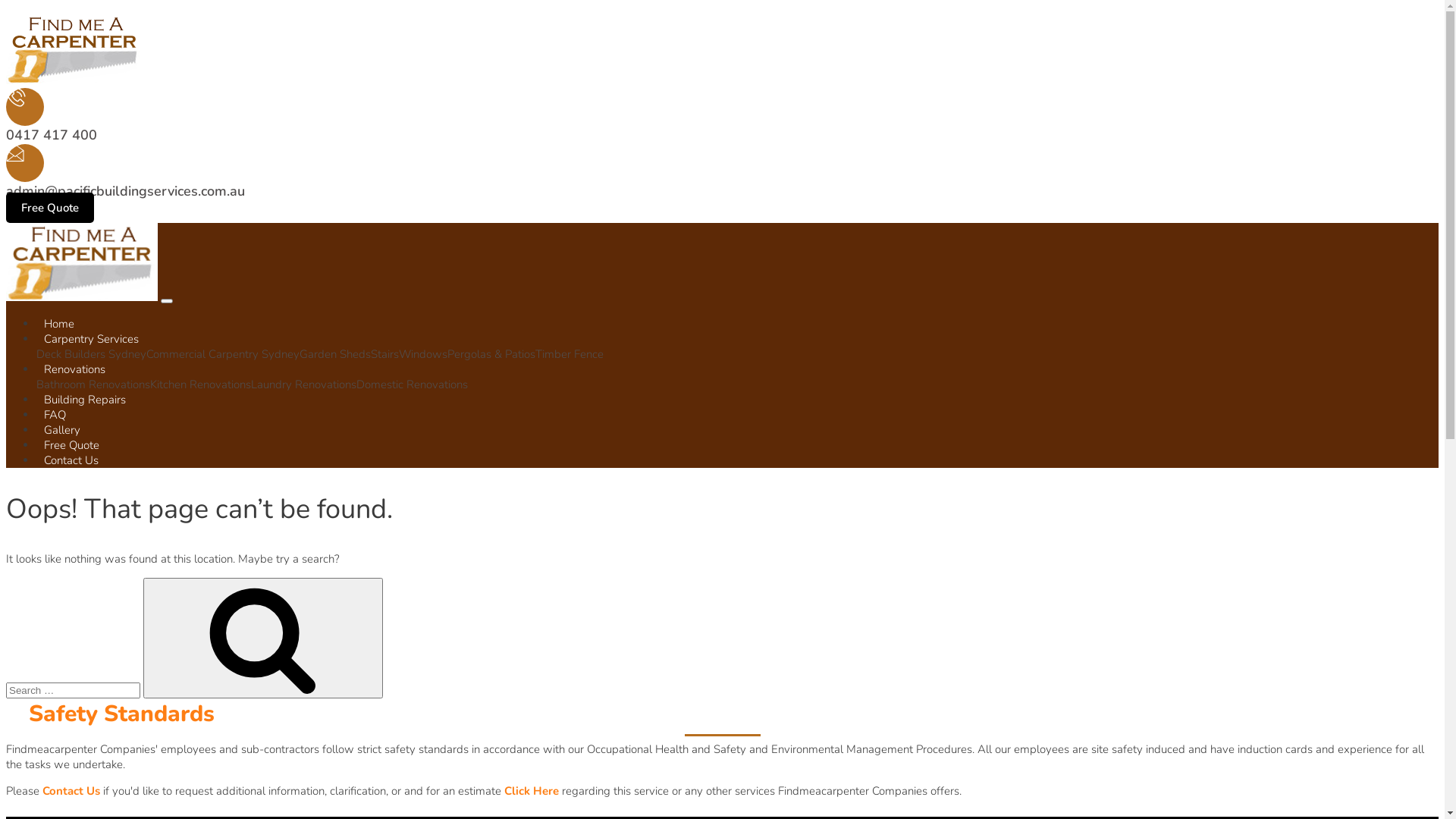 The image size is (1456, 819). I want to click on 'Carpentry Services', so click(90, 338).